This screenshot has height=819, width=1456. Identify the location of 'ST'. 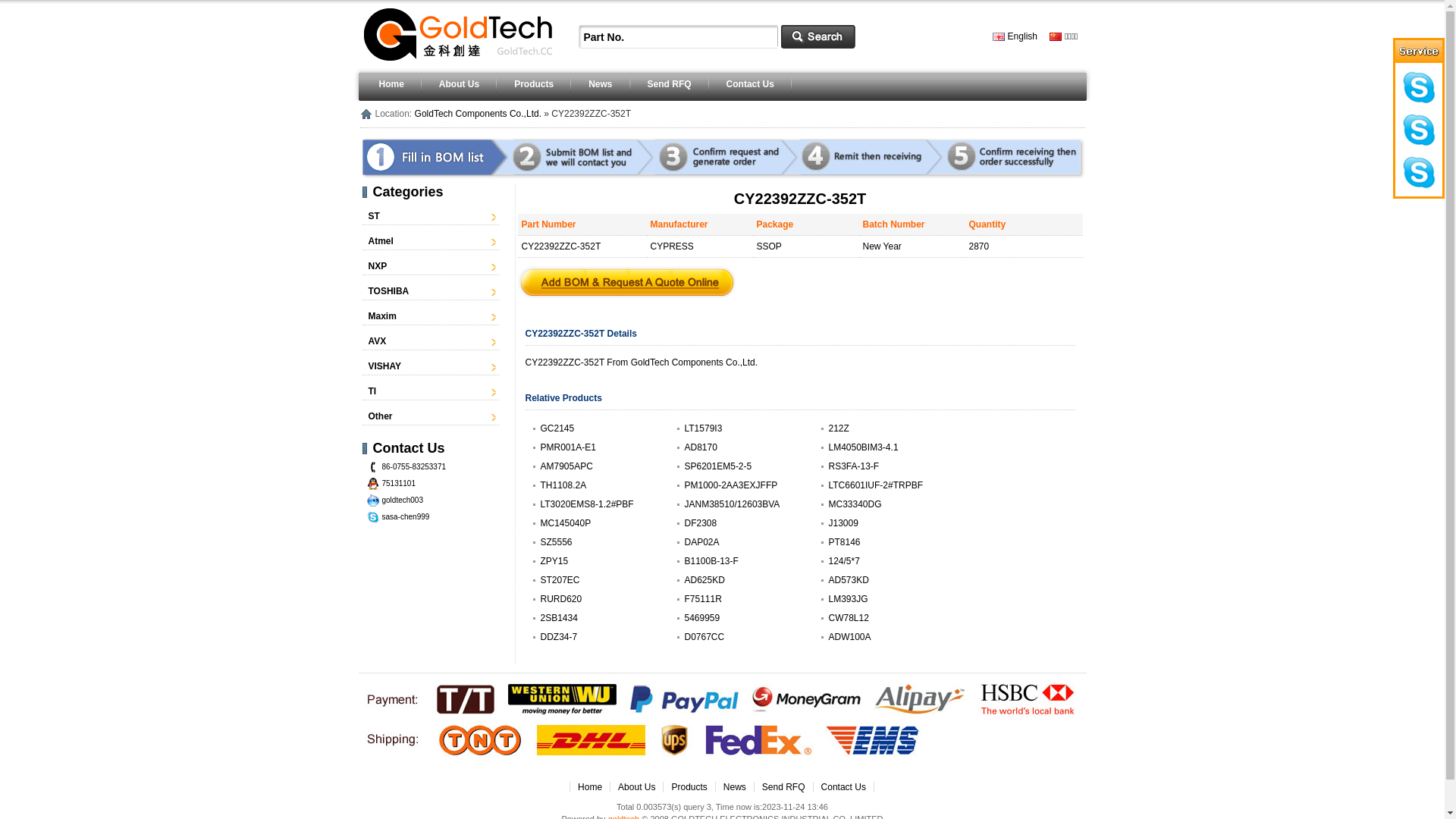
(374, 216).